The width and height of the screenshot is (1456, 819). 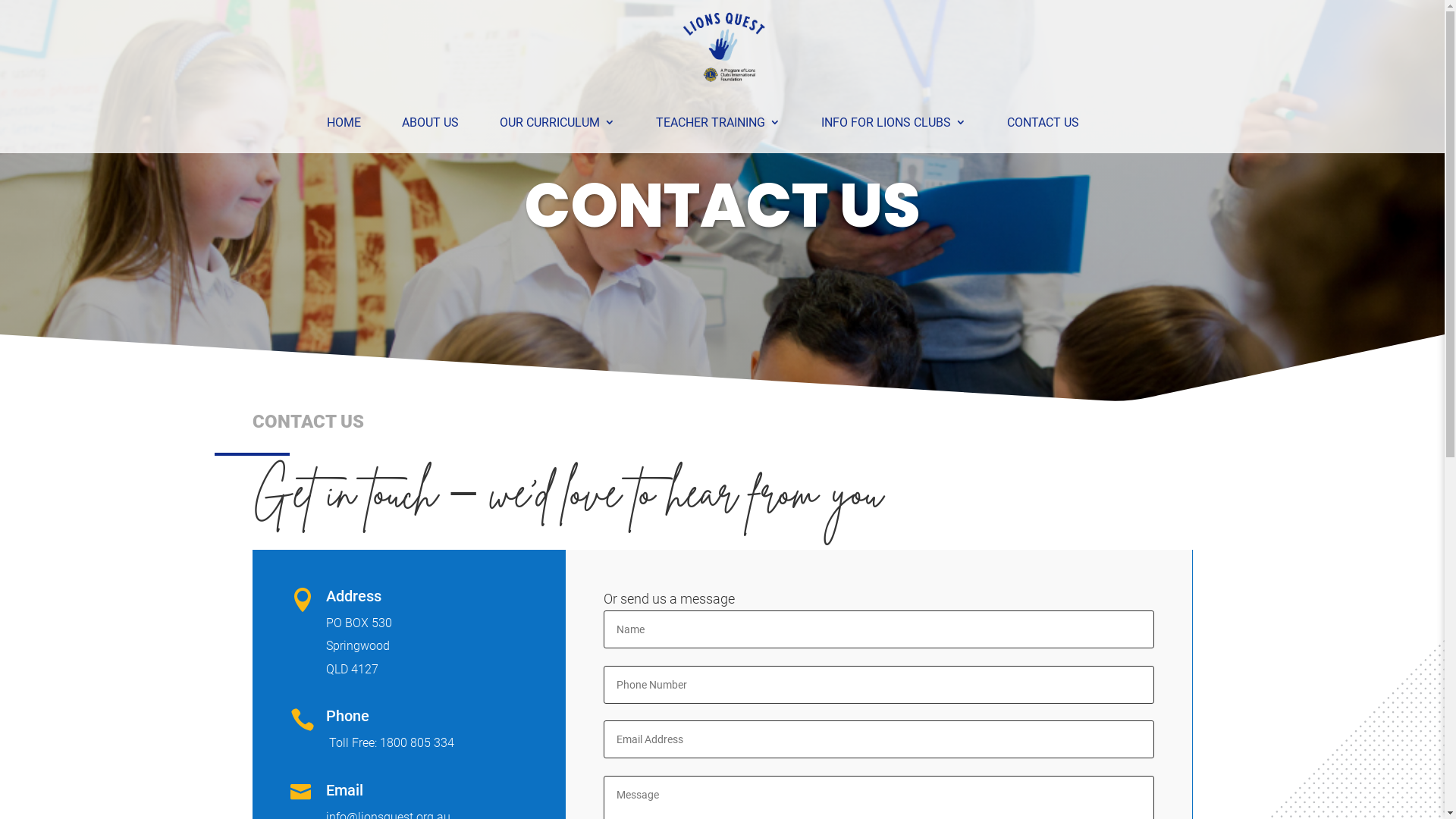 What do you see at coordinates (716, 122) in the screenshot?
I see `'TEACHER TRAINING'` at bounding box center [716, 122].